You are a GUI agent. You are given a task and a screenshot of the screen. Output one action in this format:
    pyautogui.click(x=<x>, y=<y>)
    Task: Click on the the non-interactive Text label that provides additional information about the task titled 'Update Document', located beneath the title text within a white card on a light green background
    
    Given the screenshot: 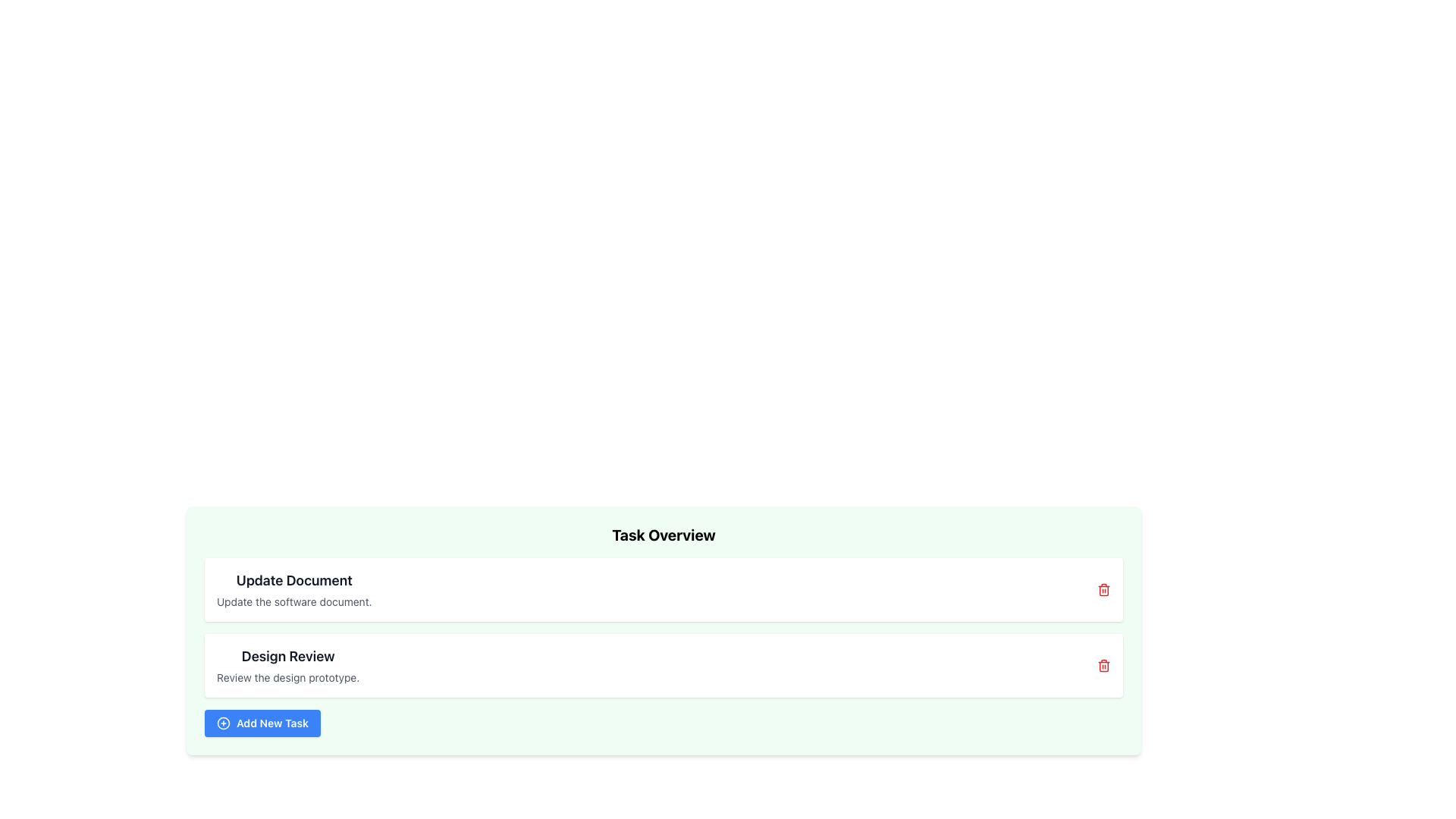 What is the action you would take?
    pyautogui.click(x=294, y=601)
    